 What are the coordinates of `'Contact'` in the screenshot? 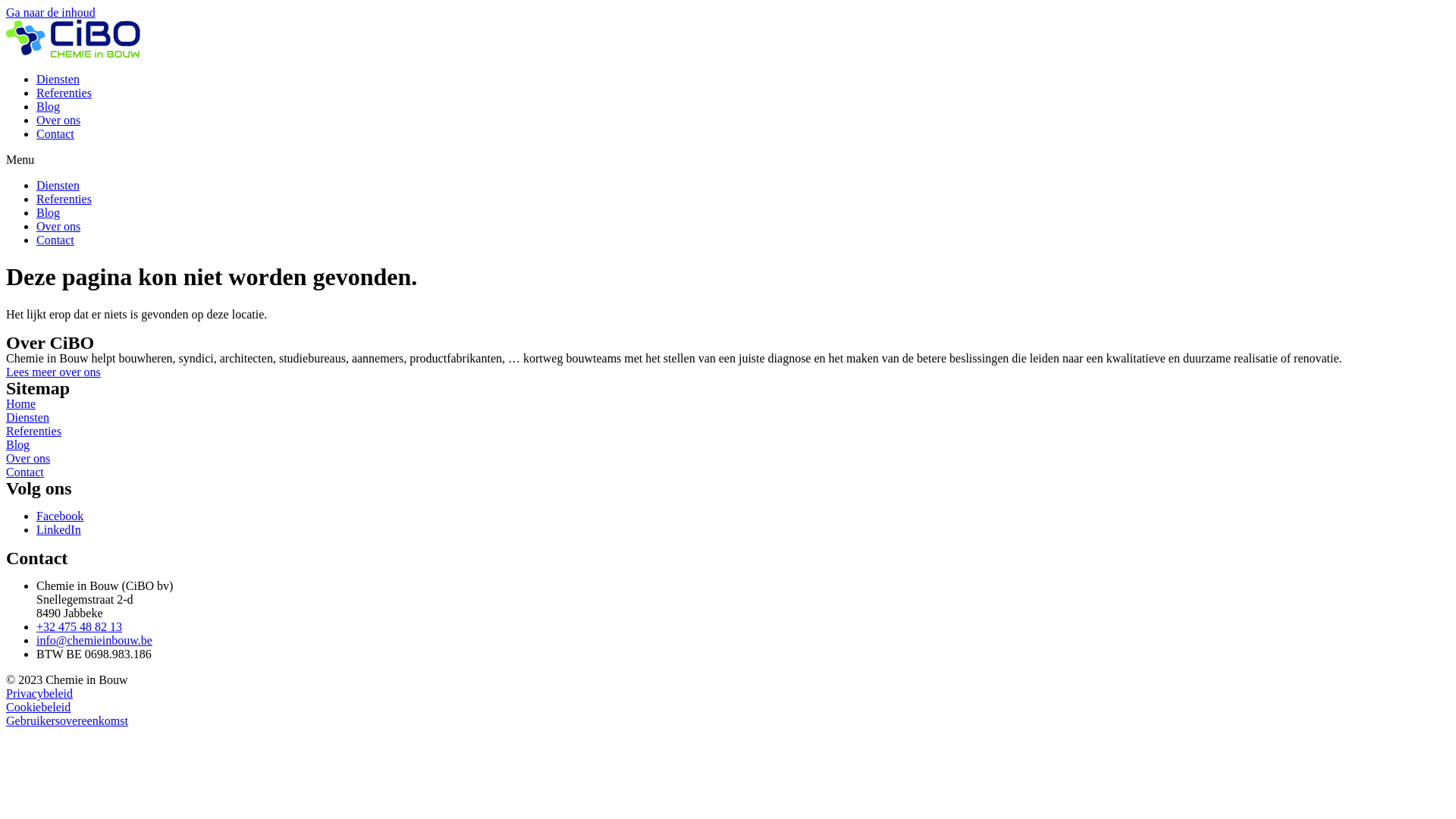 It's located at (25, 471).